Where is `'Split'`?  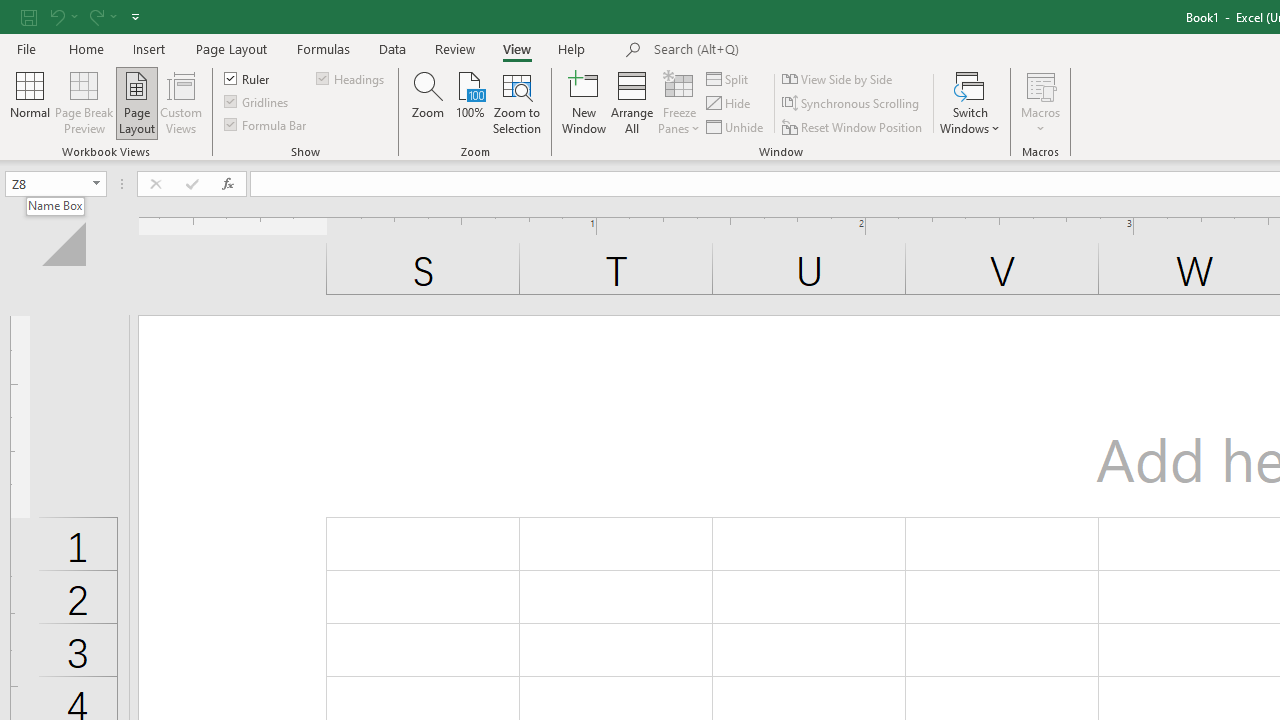 'Split' is located at coordinates (727, 78).